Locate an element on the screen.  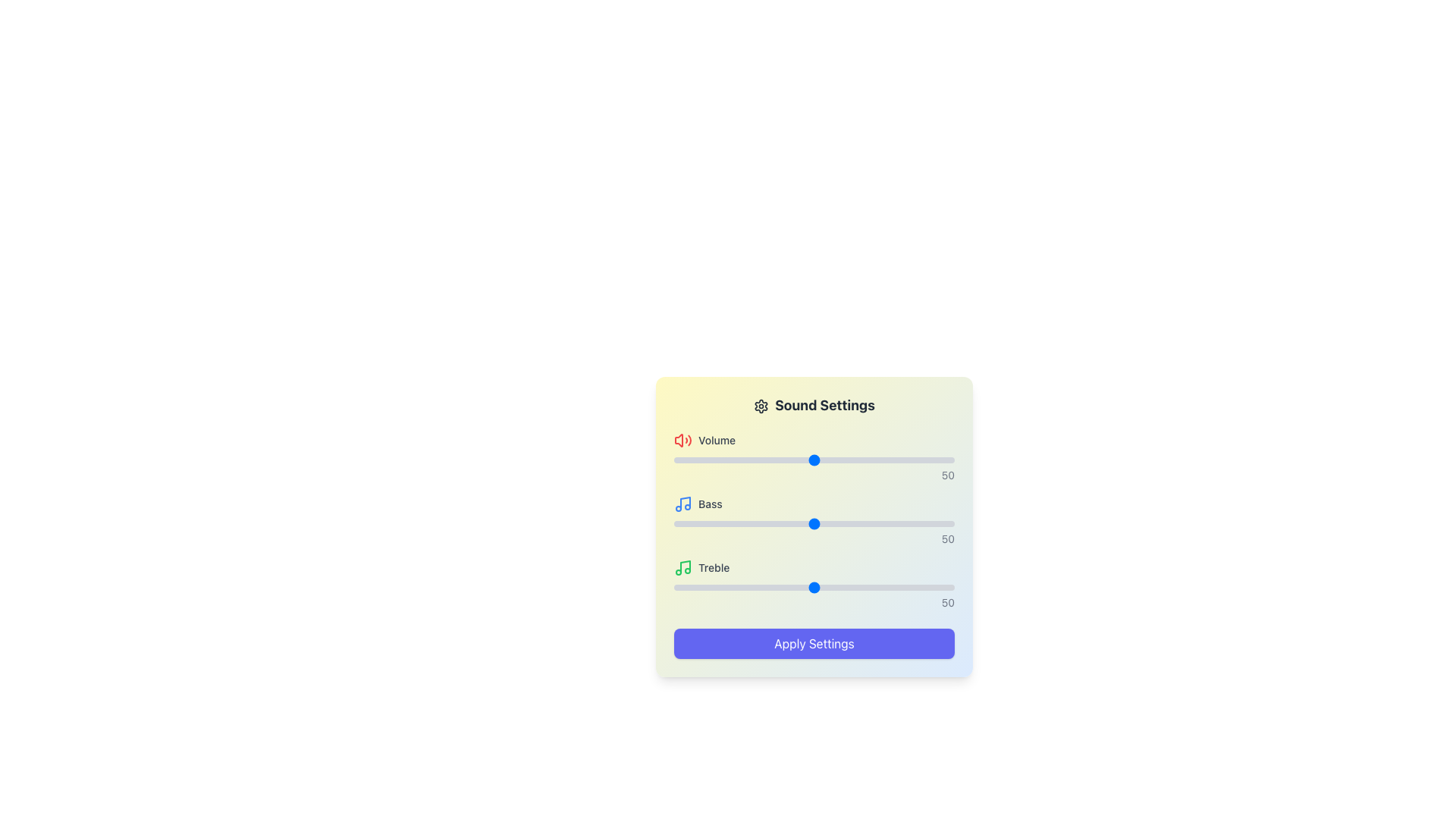
treble is located at coordinates (917, 587).